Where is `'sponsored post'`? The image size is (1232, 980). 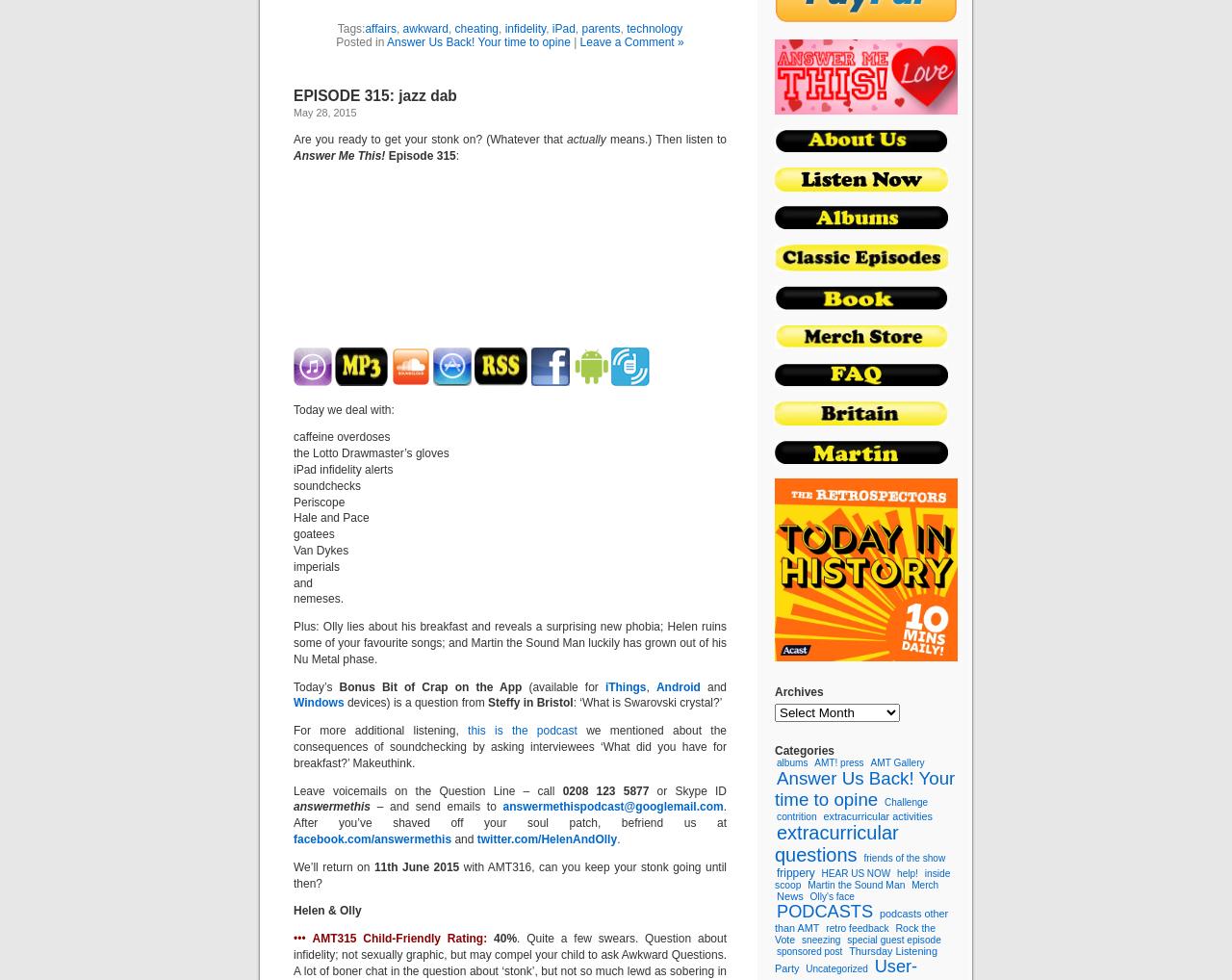
'sponsored post' is located at coordinates (808, 950).